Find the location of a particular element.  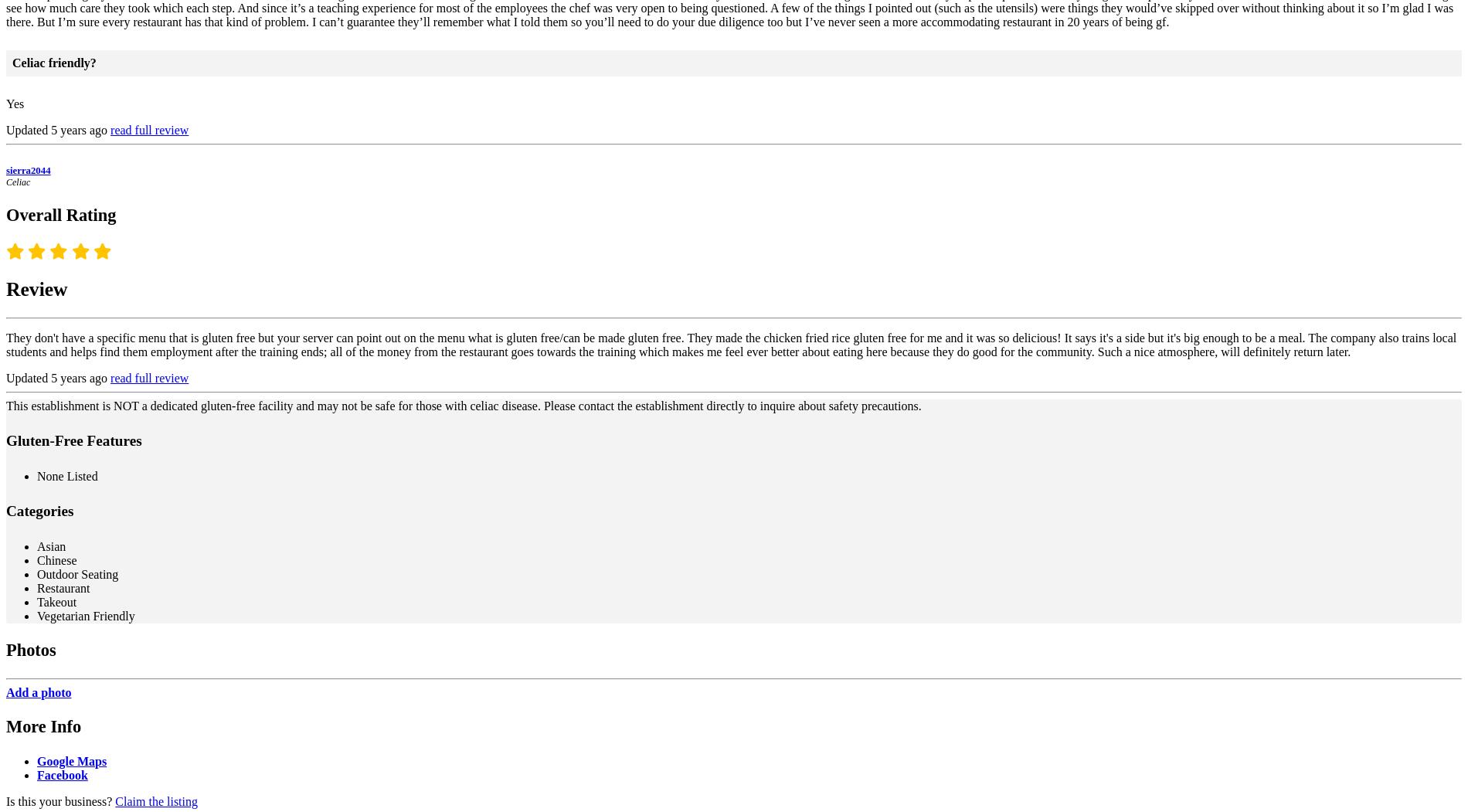

'sierra2044' is located at coordinates (28, 168).